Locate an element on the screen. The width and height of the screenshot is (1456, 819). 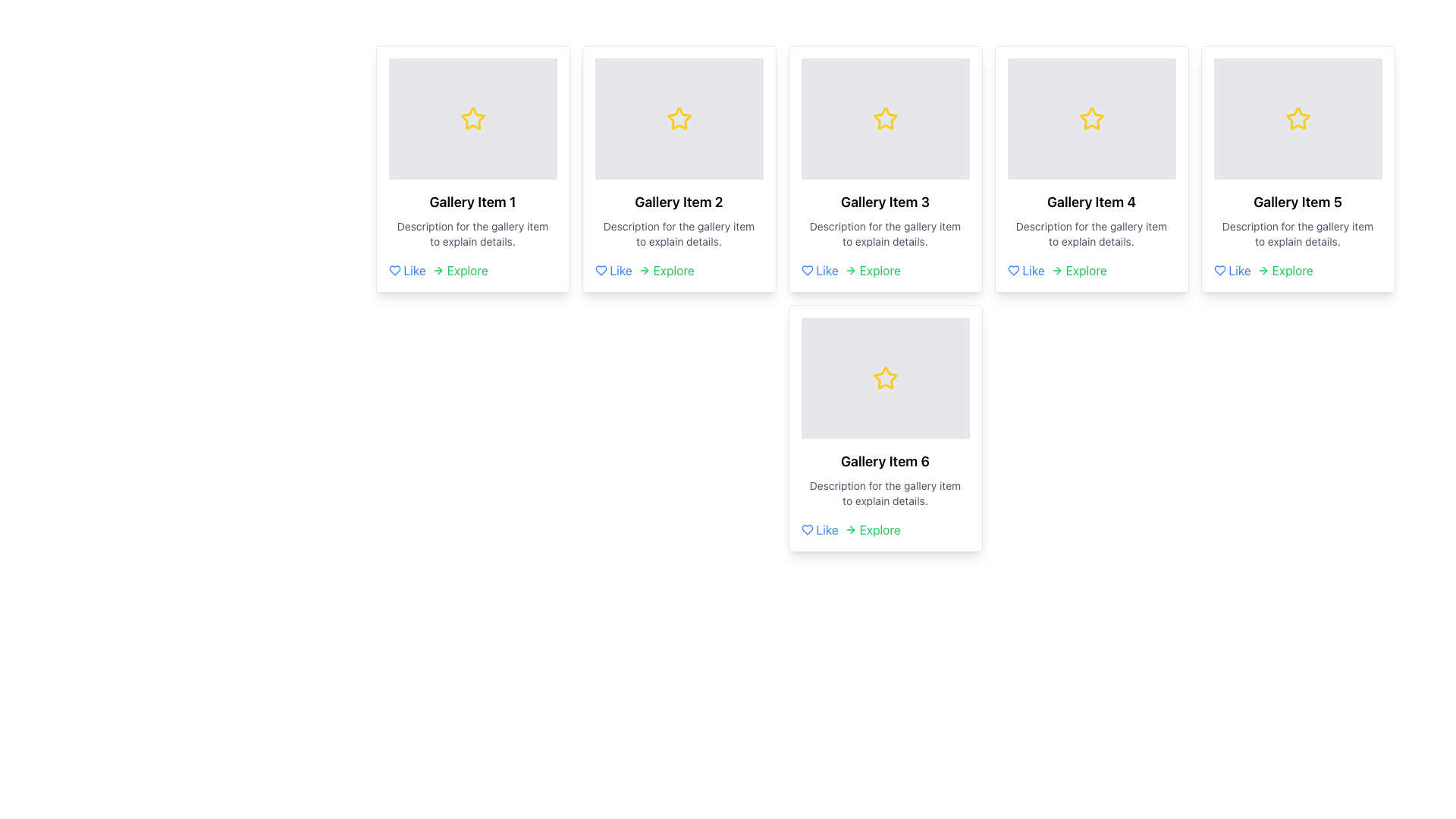
the star icon with a yellow outline and hollow center in the upper section of the 'Gallery Item 1' card to indicate rating or selection is located at coordinates (472, 118).